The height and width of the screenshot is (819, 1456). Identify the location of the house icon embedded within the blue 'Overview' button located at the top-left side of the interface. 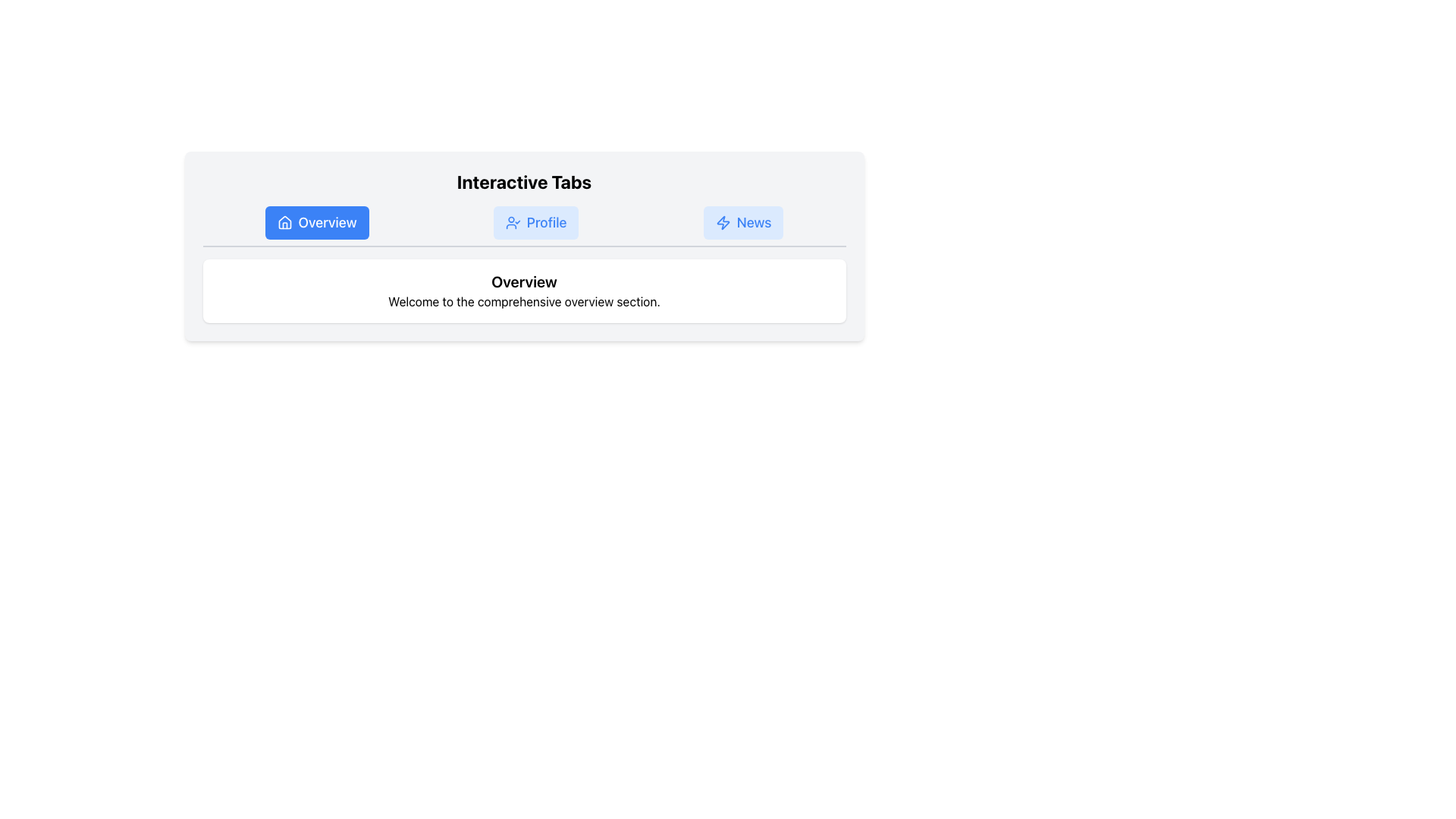
(284, 222).